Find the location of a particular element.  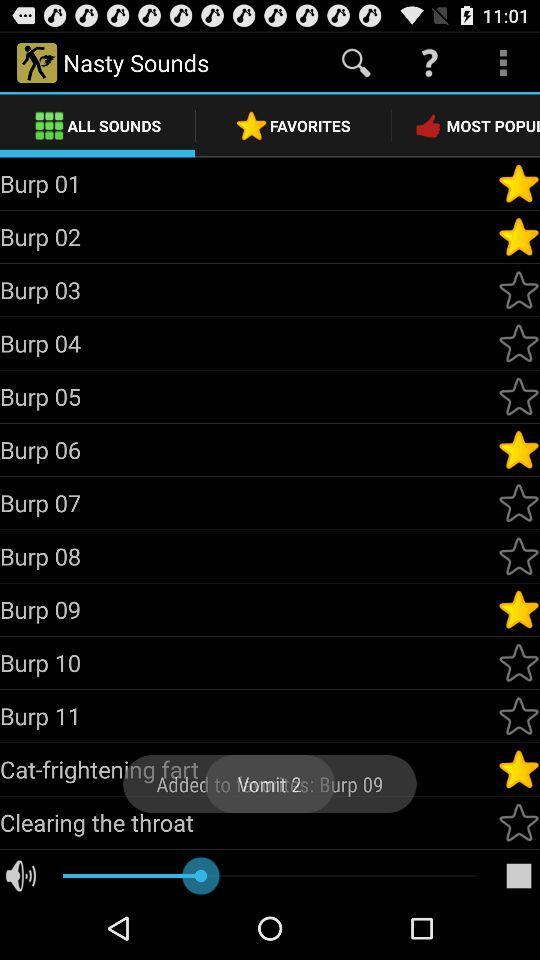

the cat-frightening fart is located at coordinates (248, 768).